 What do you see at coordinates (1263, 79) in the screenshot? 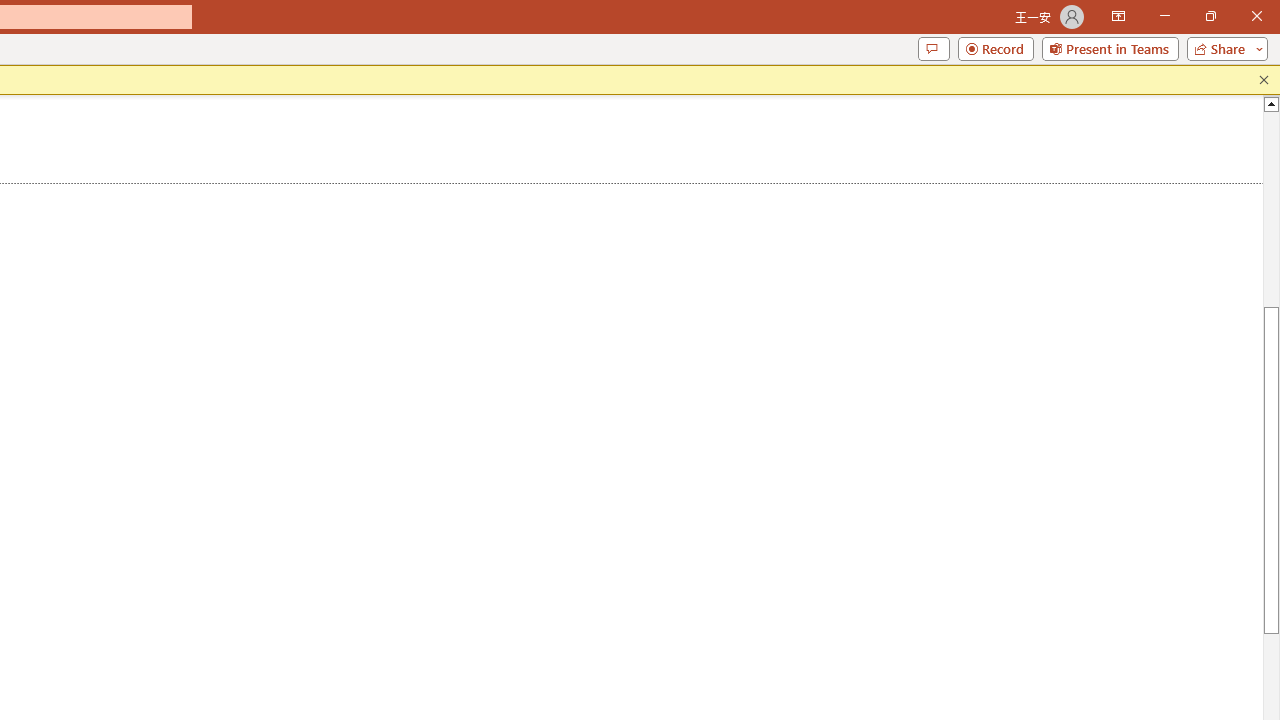
I see `'Close this message'` at bounding box center [1263, 79].